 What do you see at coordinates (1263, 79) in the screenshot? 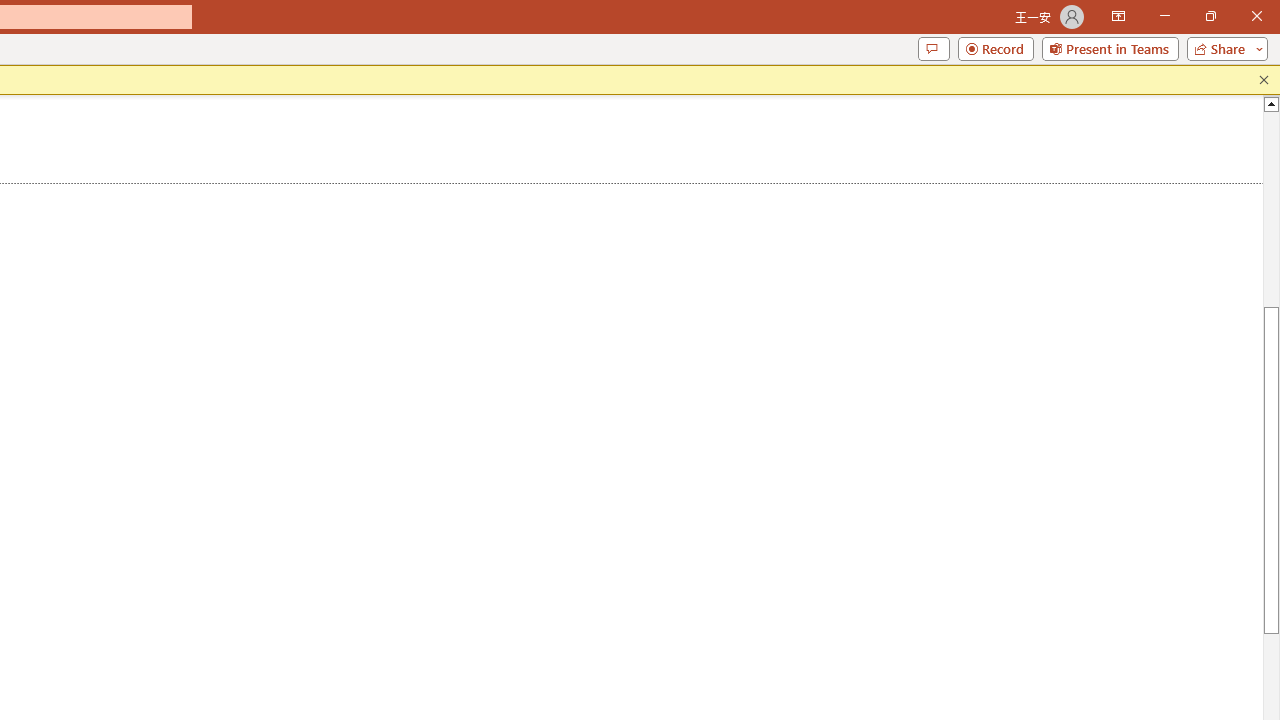
I see `'Close this message'` at bounding box center [1263, 79].